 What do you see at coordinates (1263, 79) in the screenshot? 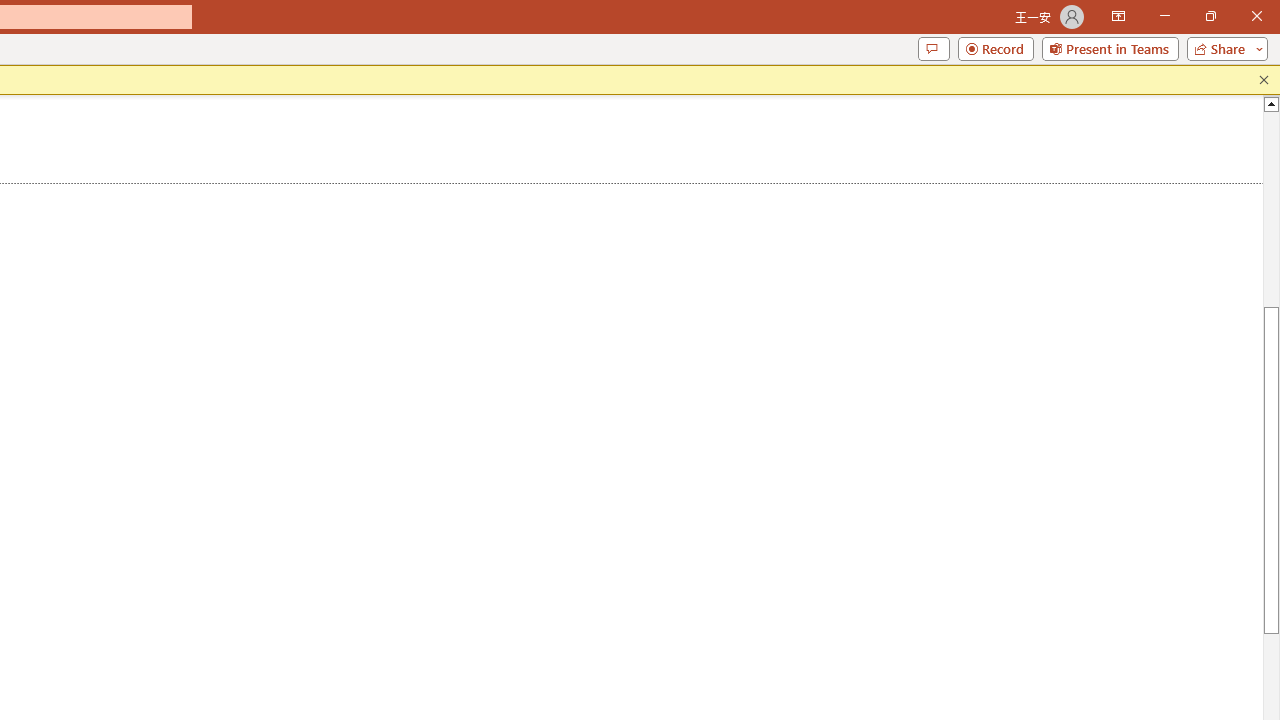
I see `'Close this message'` at bounding box center [1263, 79].